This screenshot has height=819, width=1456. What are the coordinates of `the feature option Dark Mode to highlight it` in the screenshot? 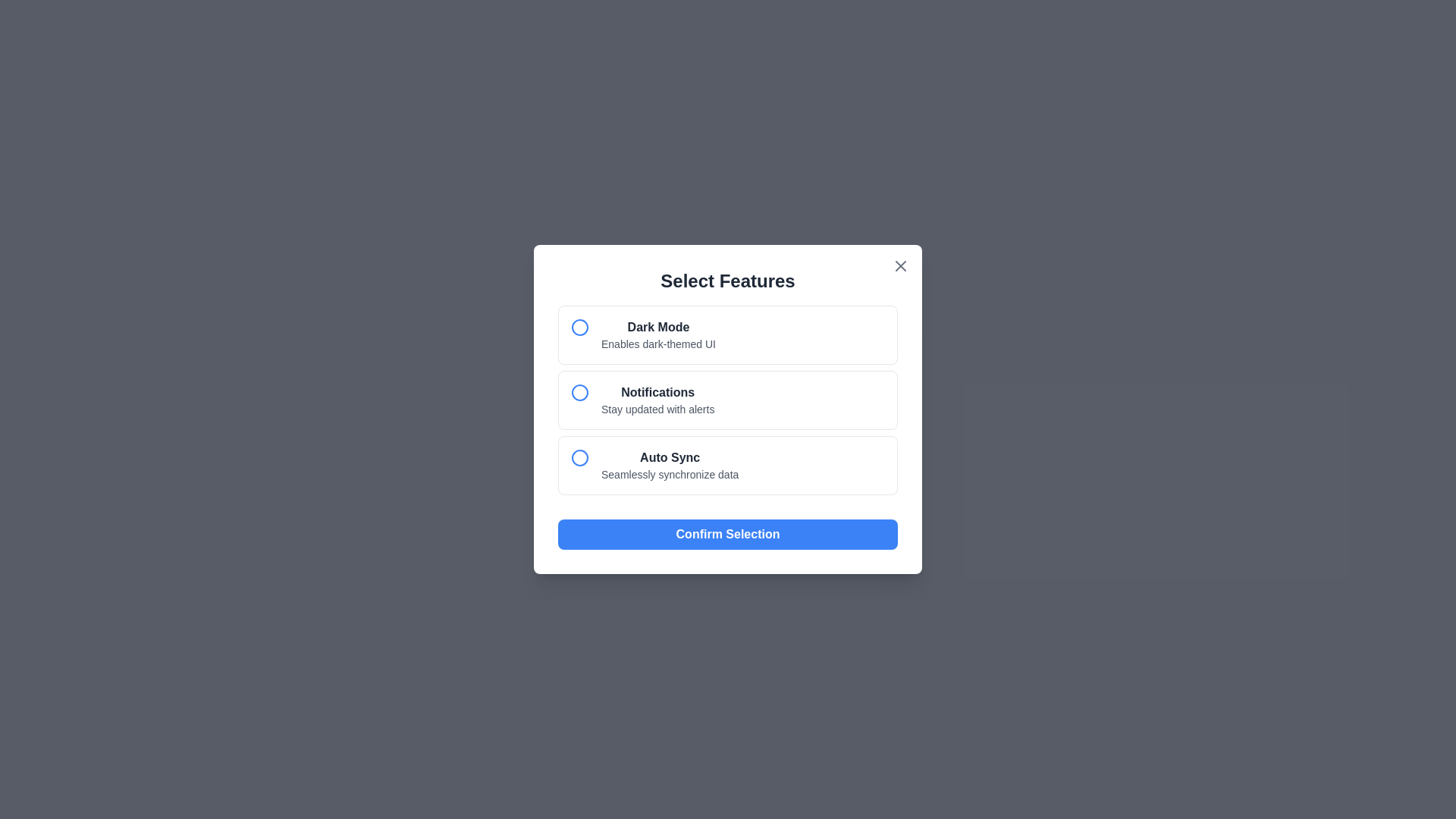 It's located at (728, 334).